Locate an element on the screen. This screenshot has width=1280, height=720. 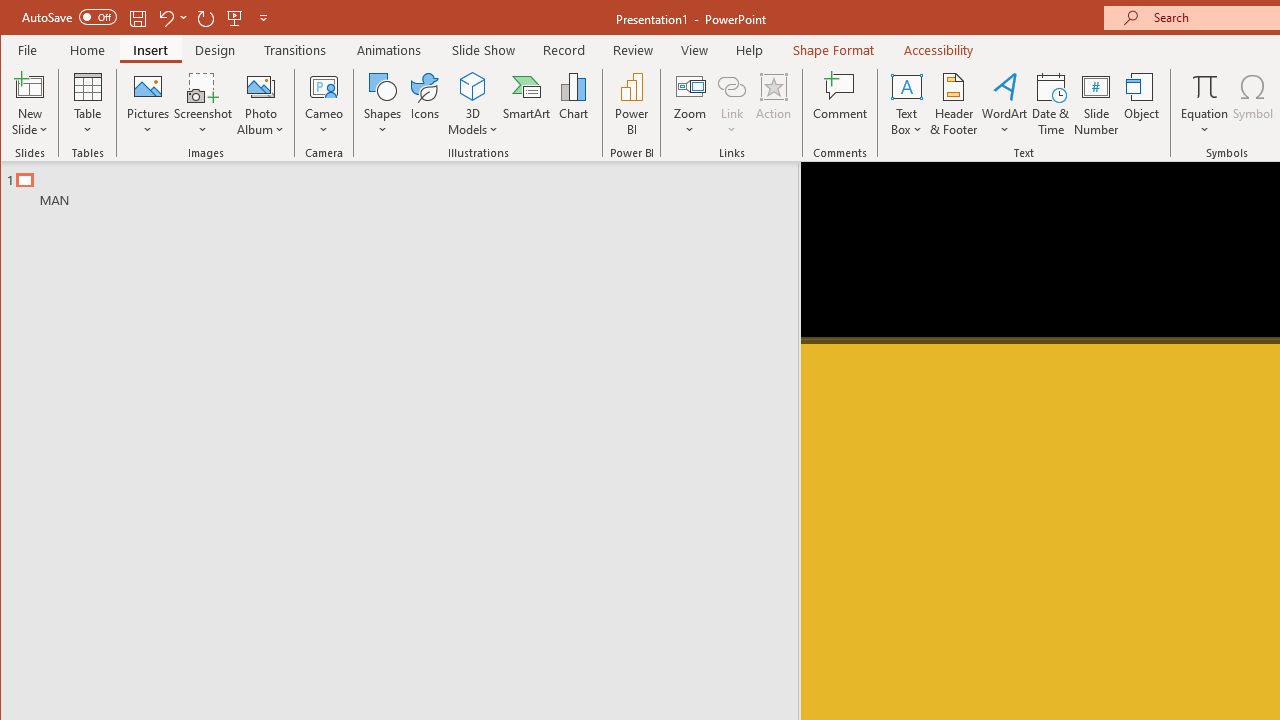
'Header & Footer...' is located at coordinates (953, 104).